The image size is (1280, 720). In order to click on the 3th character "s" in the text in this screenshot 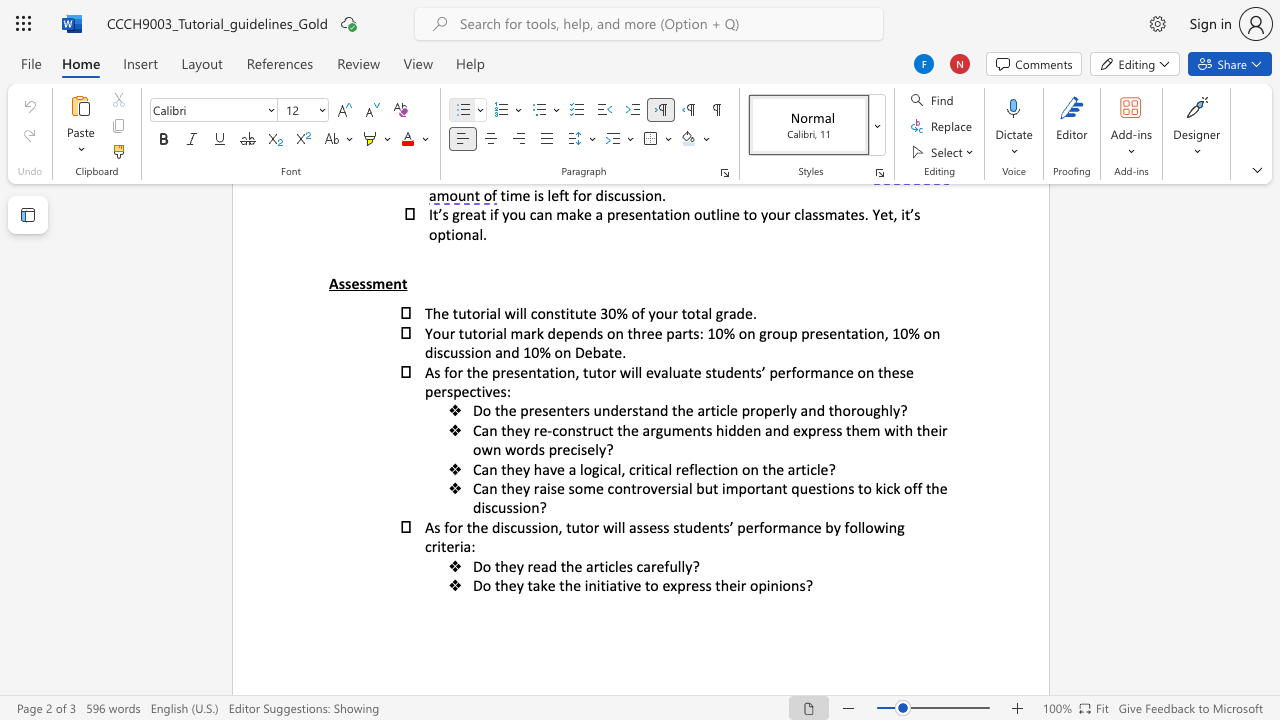, I will do `click(802, 585)`.